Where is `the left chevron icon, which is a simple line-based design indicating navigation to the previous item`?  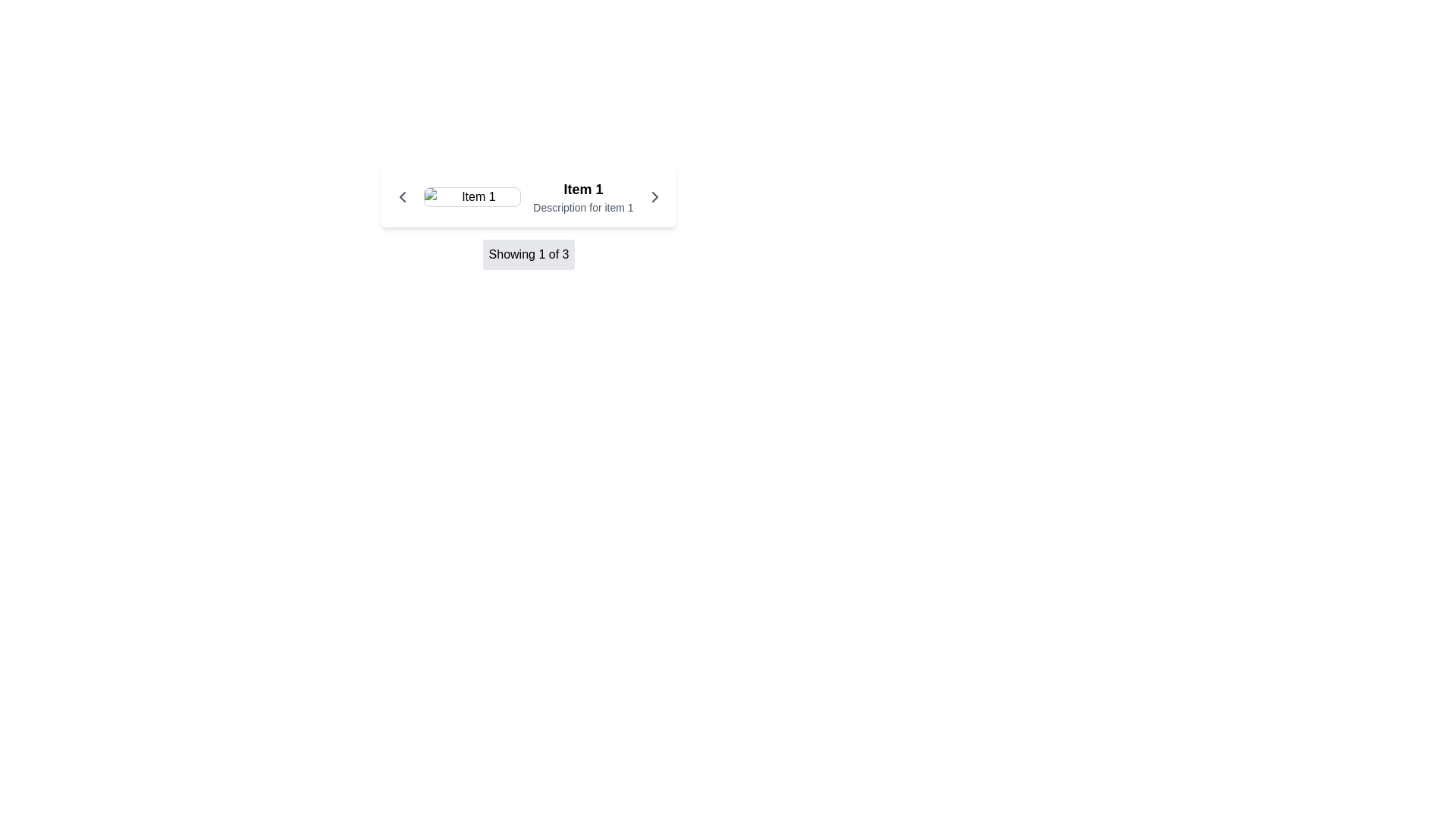
the left chevron icon, which is a simple line-based design indicating navigation to the previous item is located at coordinates (403, 196).